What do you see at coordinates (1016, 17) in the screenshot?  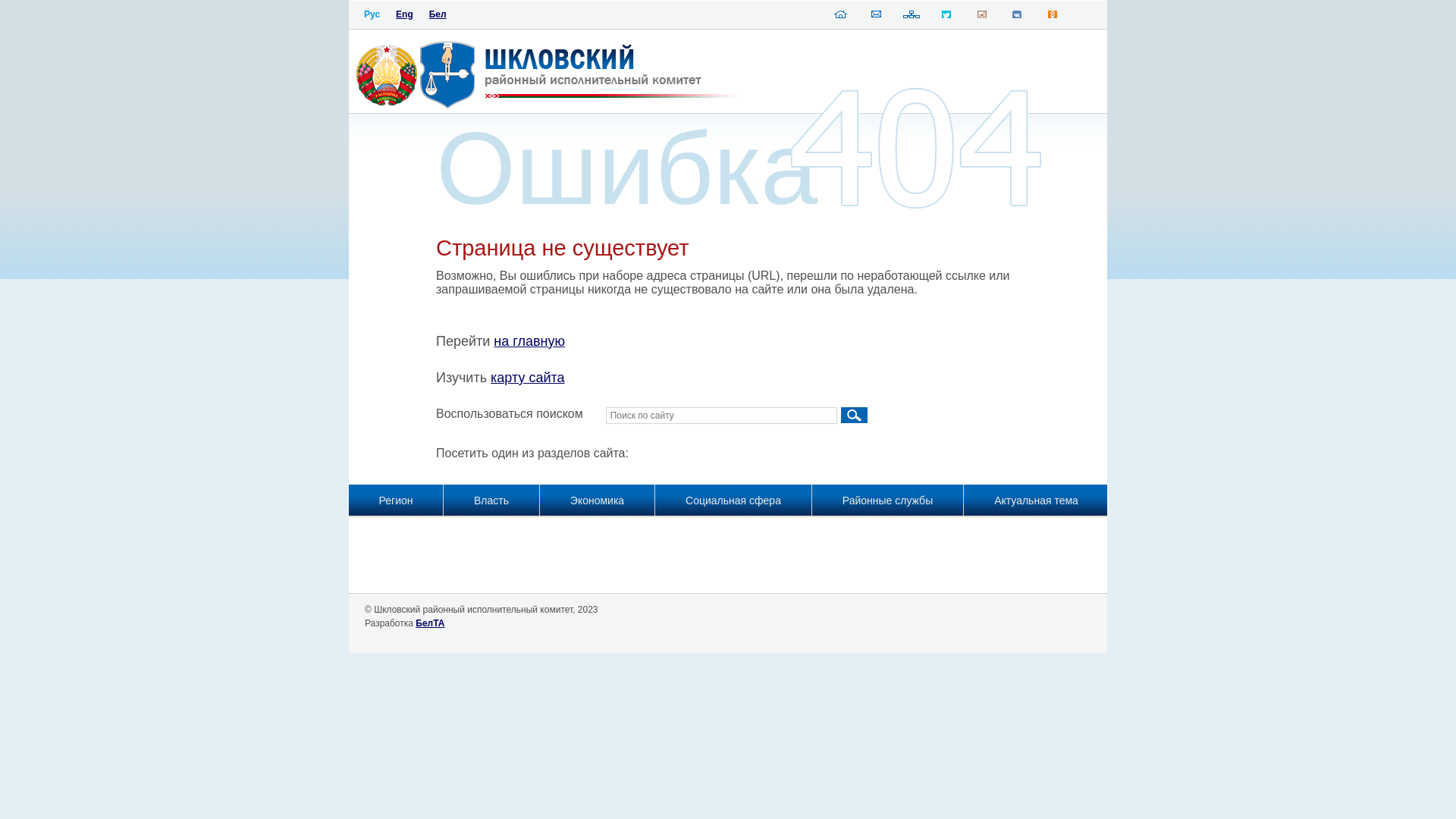 I see `'VK '` at bounding box center [1016, 17].